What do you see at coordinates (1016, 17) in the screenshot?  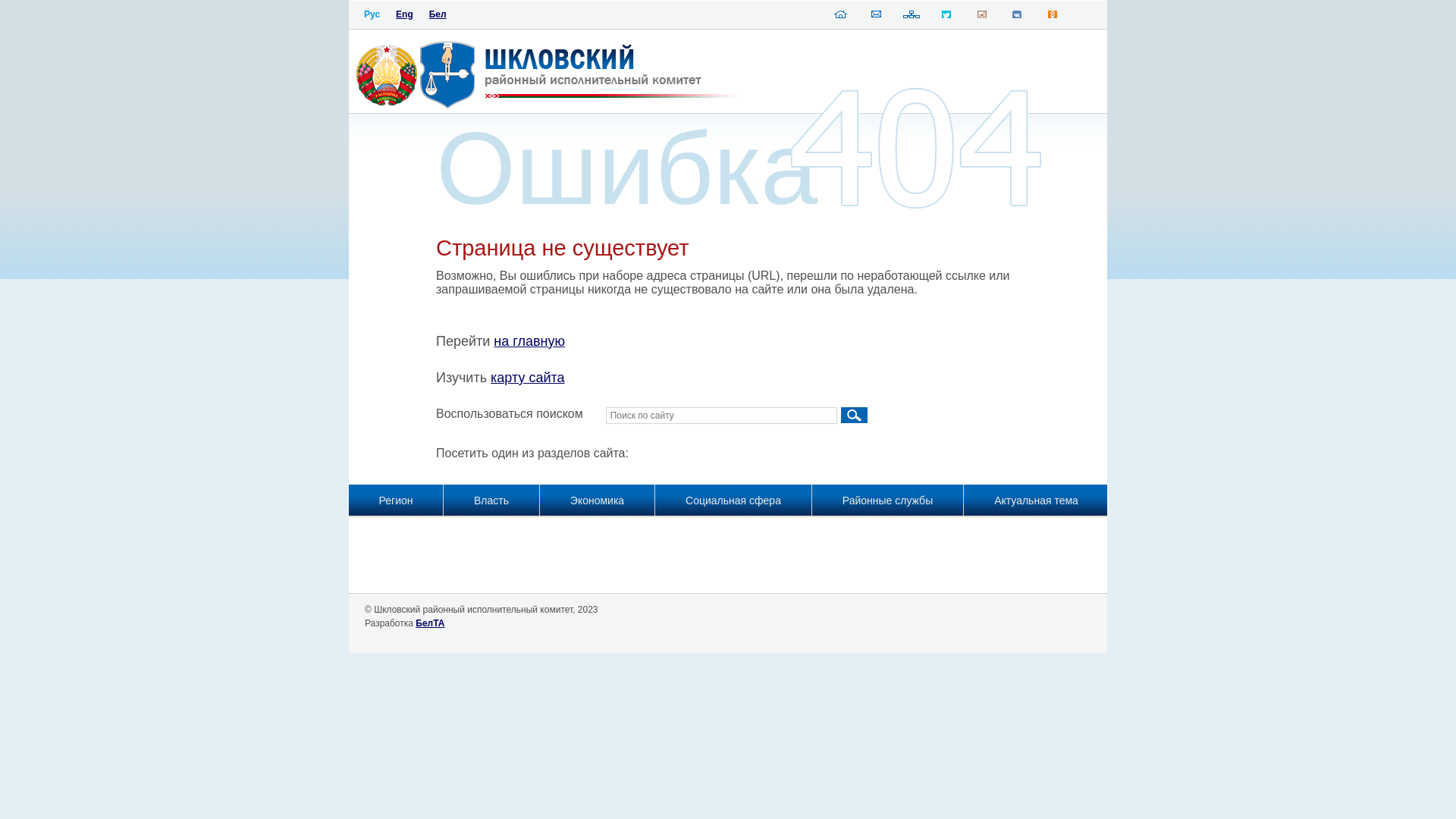 I see `'VK '` at bounding box center [1016, 17].